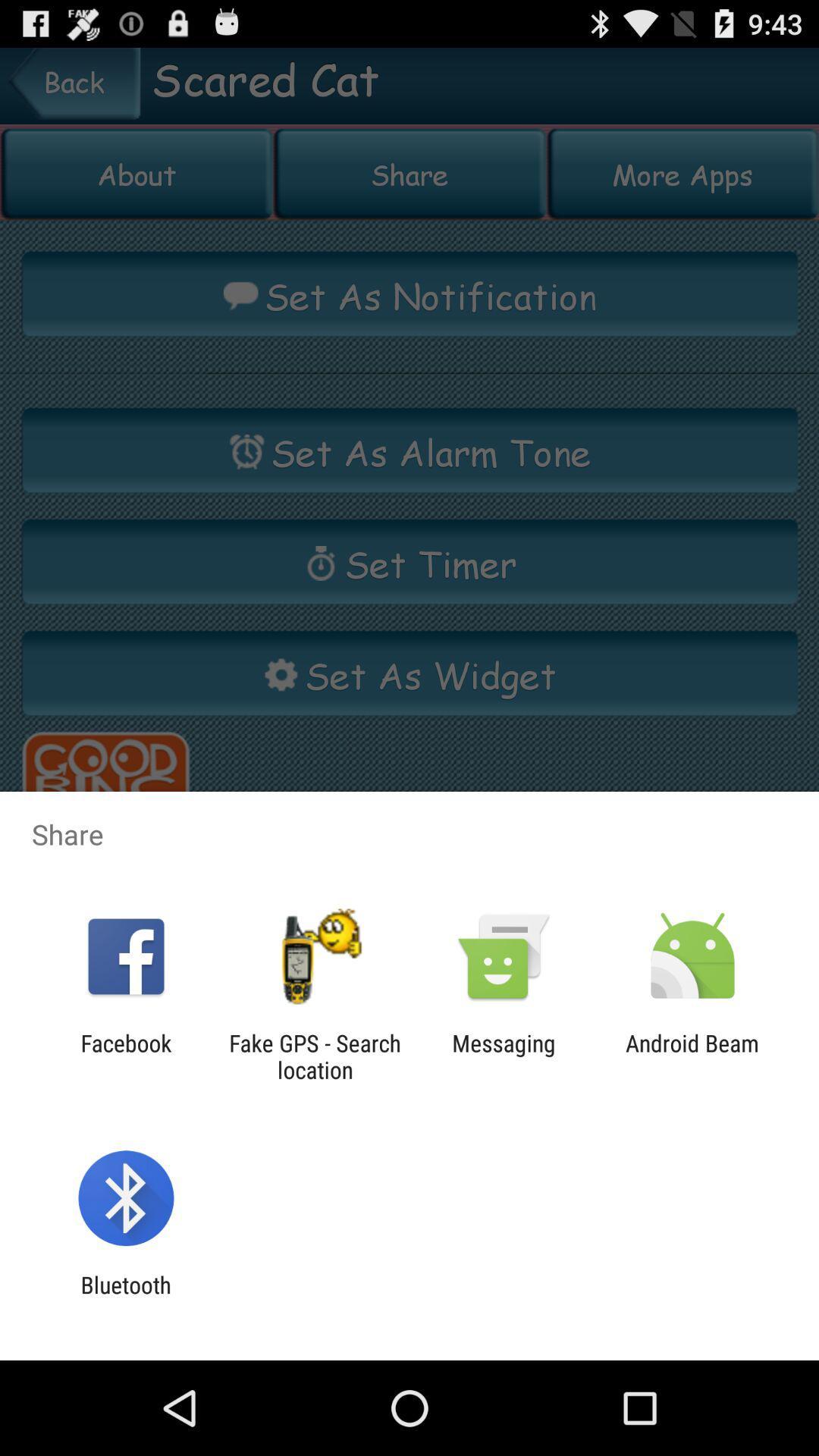 This screenshot has width=819, height=1456. What do you see at coordinates (125, 1056) in the screenshot?
I see `facebook app` at bounding box center [125, 1056].